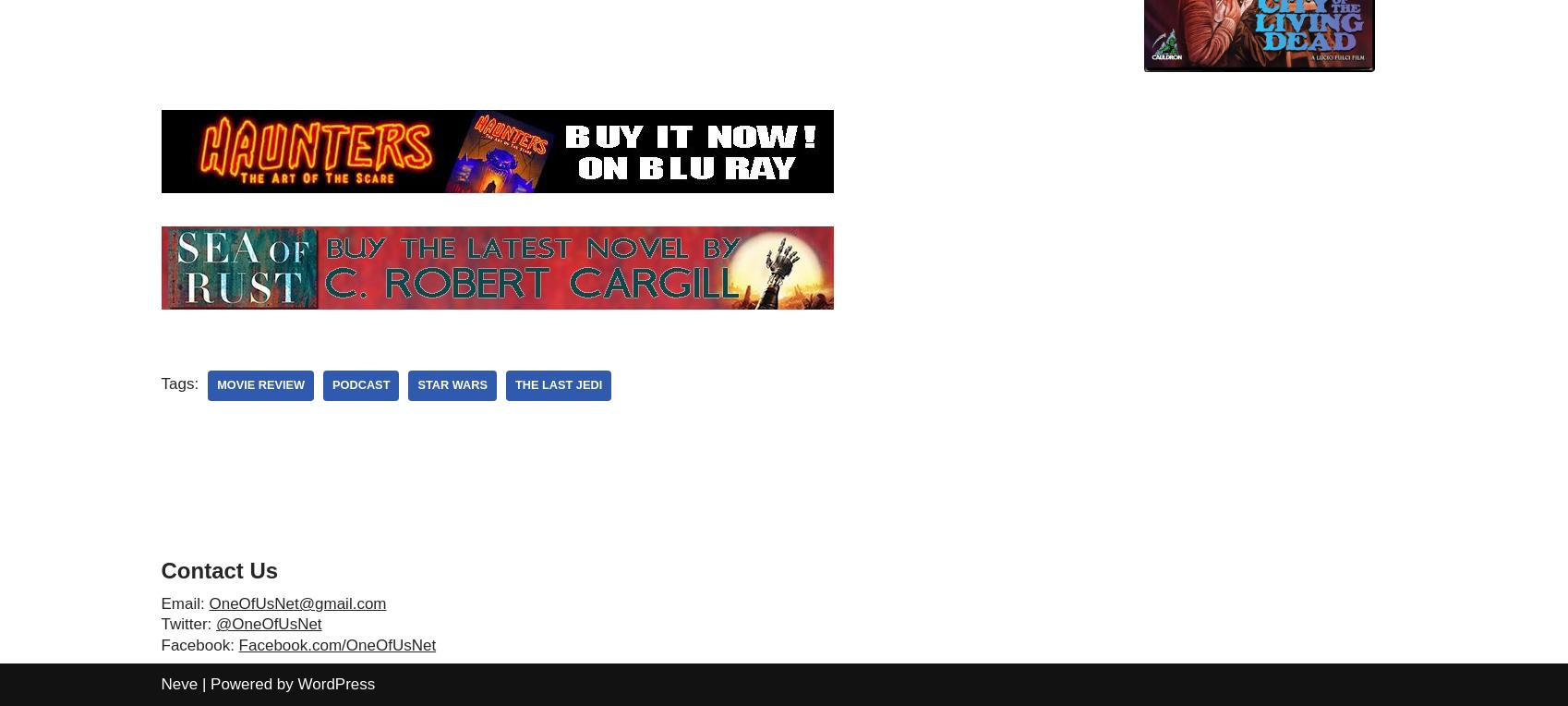 The height and width of the screenshot is (706, 1568). What do you see at coordinates (361, 383) in the screenshot?
I see `'podcast'` at bounding box center [361, 383].